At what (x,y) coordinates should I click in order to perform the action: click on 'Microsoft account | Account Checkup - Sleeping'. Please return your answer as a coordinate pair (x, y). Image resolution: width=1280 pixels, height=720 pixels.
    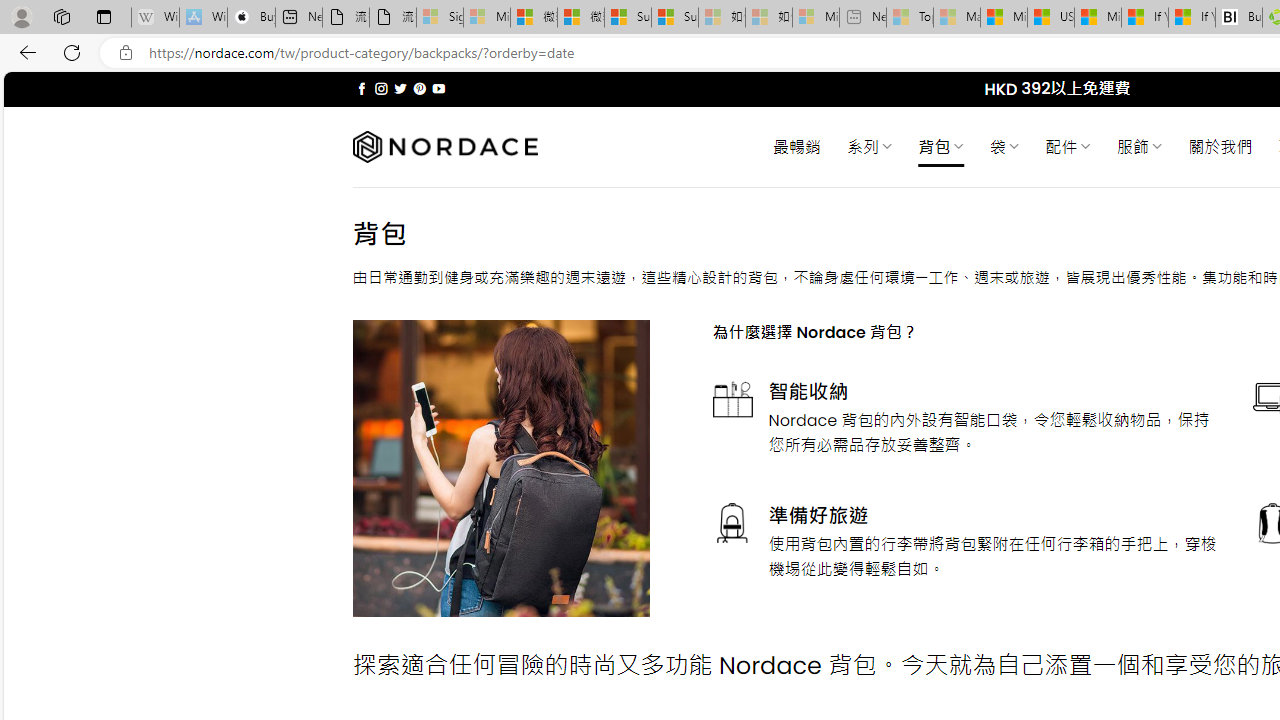
    Looking at the image, I should click on (815, 17).